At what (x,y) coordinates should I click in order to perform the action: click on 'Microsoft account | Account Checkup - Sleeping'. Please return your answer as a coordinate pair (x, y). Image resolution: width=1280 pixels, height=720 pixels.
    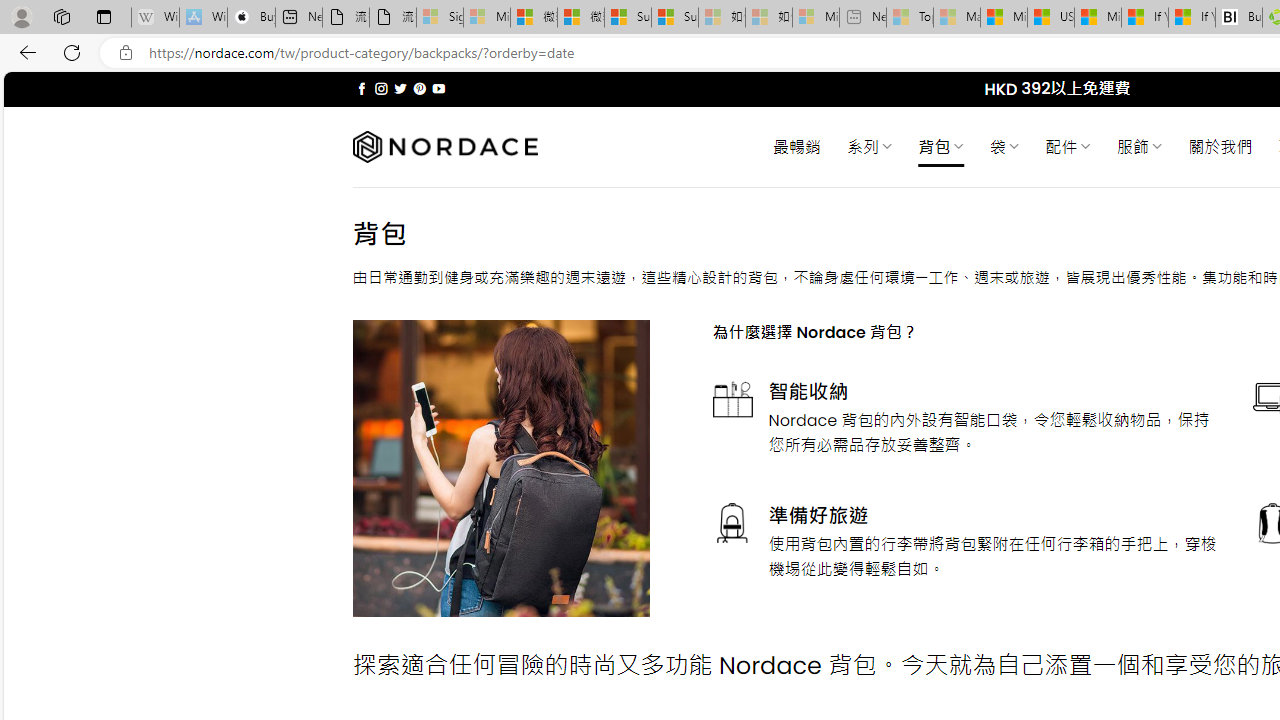
    Looking at the image, I should click on (815, 17).